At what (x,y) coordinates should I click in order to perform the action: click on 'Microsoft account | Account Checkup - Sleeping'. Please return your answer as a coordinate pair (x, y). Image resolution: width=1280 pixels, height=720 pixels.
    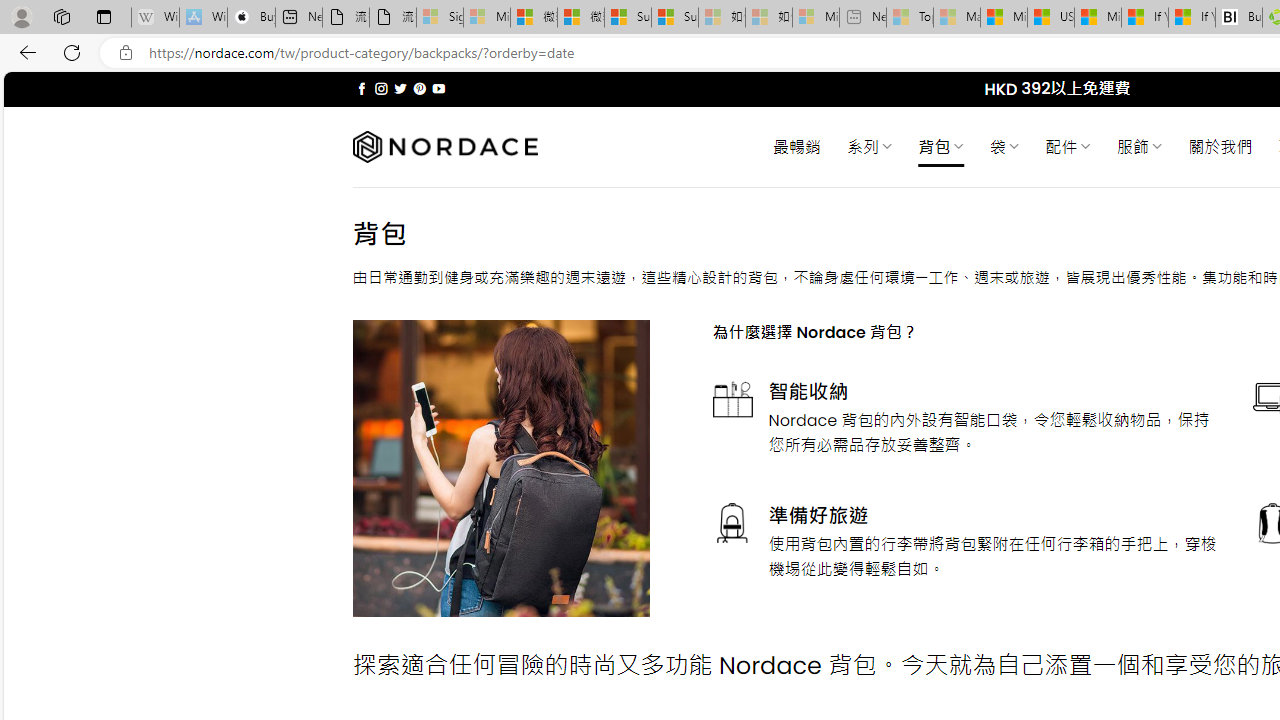
    Looking at the image, I should click on (815, 17).